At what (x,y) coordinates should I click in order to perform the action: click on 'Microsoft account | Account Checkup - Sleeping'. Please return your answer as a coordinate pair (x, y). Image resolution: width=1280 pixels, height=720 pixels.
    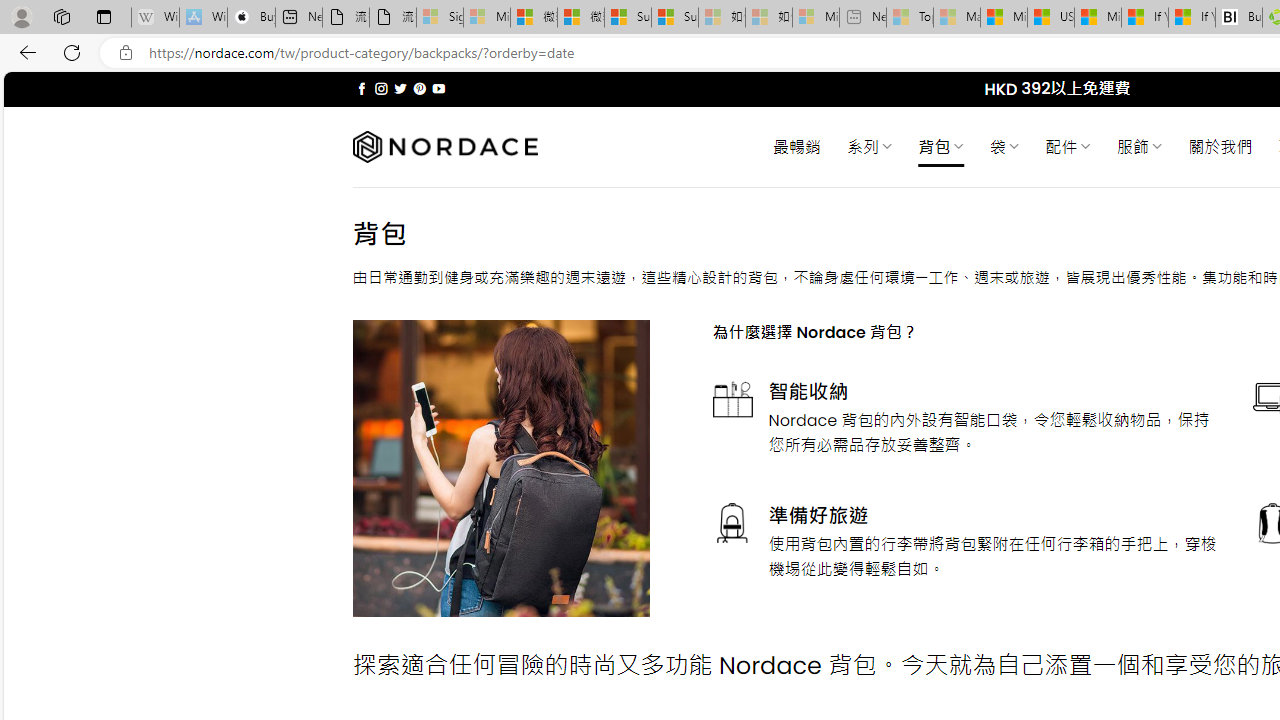
    Looking at the image, I should click on (815, 17).